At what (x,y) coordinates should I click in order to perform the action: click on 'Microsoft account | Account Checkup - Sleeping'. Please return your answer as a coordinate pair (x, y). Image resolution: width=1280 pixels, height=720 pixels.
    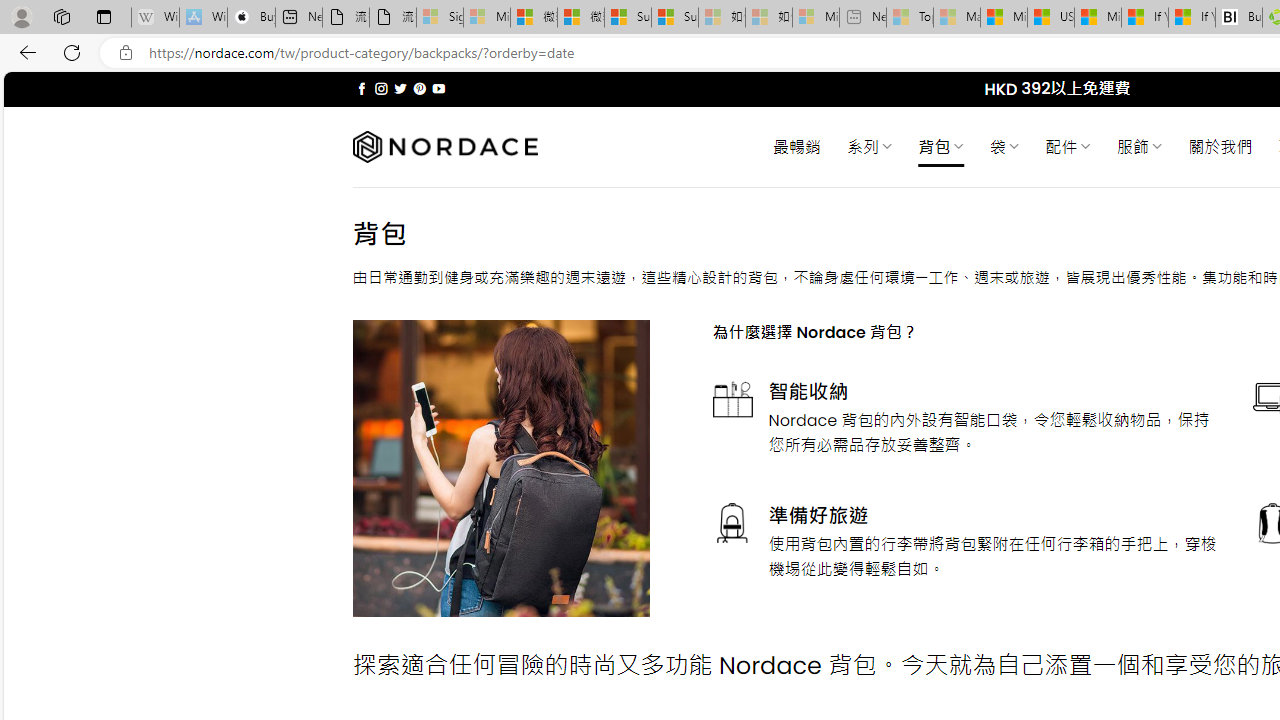
    Looking at the image, I should click on (815, 17).